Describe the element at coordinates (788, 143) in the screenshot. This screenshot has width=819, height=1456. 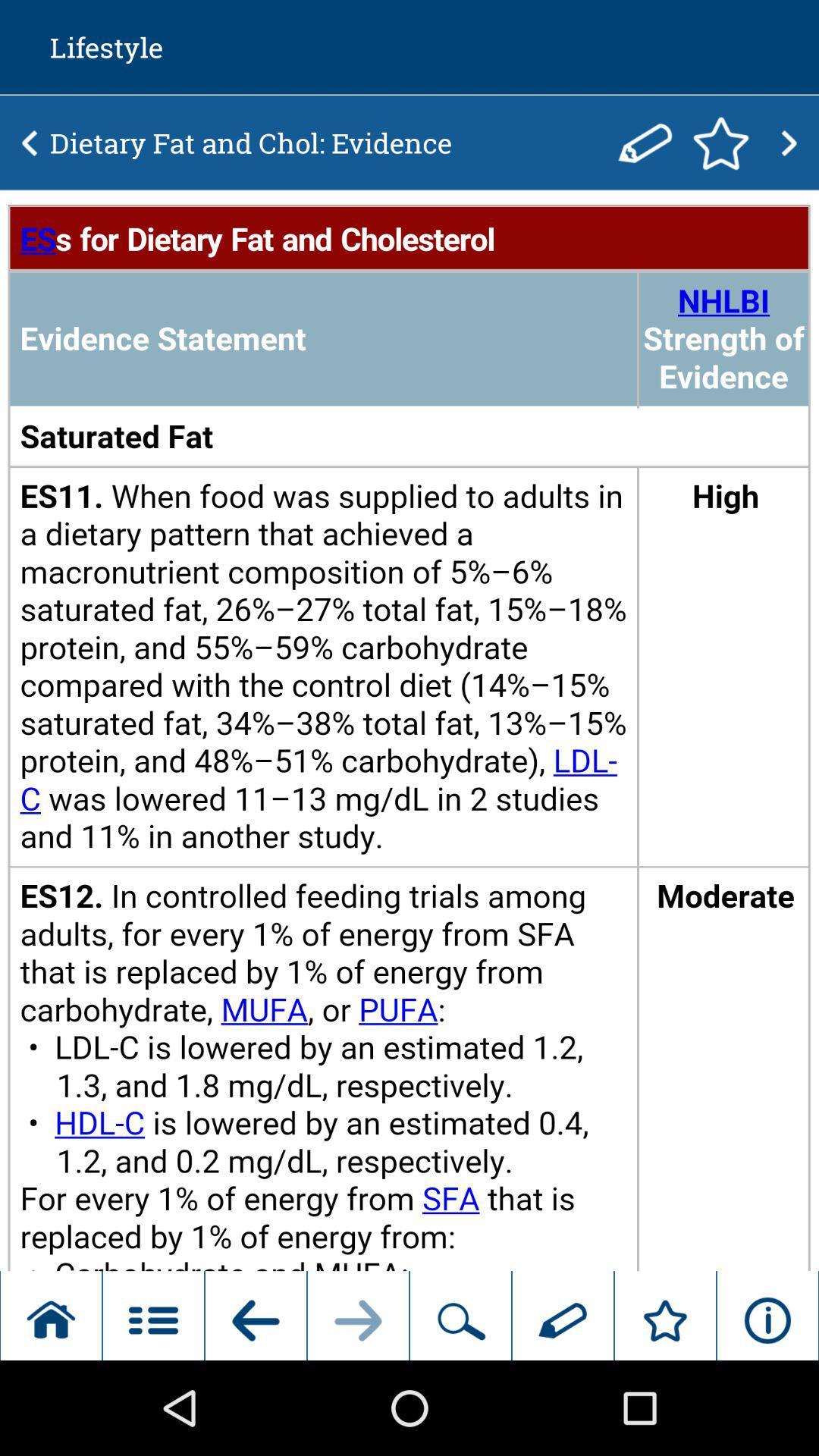
I see `previous` at that location.